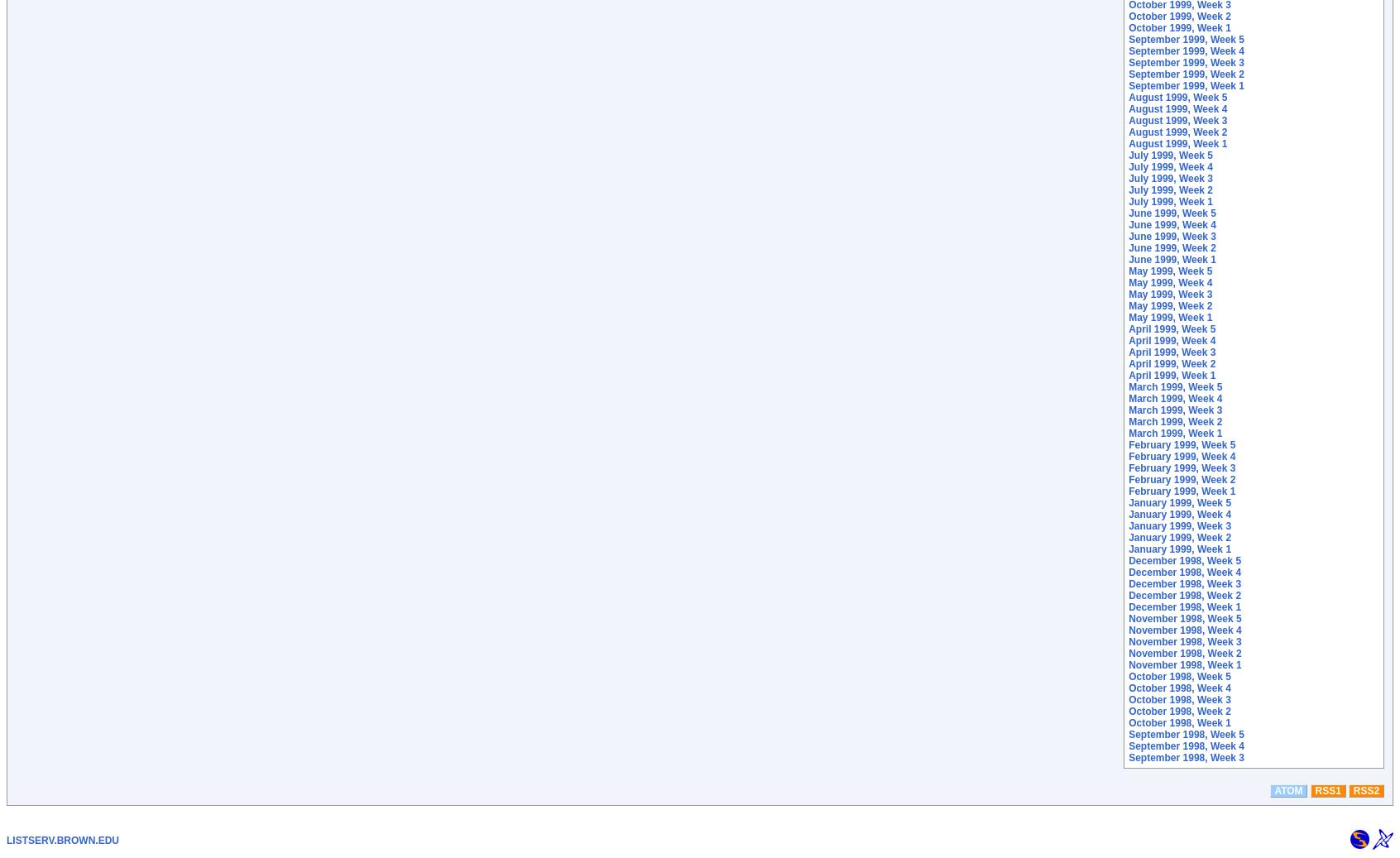  I want to click on 'October 1998, Week 3', so click(1179, 699).